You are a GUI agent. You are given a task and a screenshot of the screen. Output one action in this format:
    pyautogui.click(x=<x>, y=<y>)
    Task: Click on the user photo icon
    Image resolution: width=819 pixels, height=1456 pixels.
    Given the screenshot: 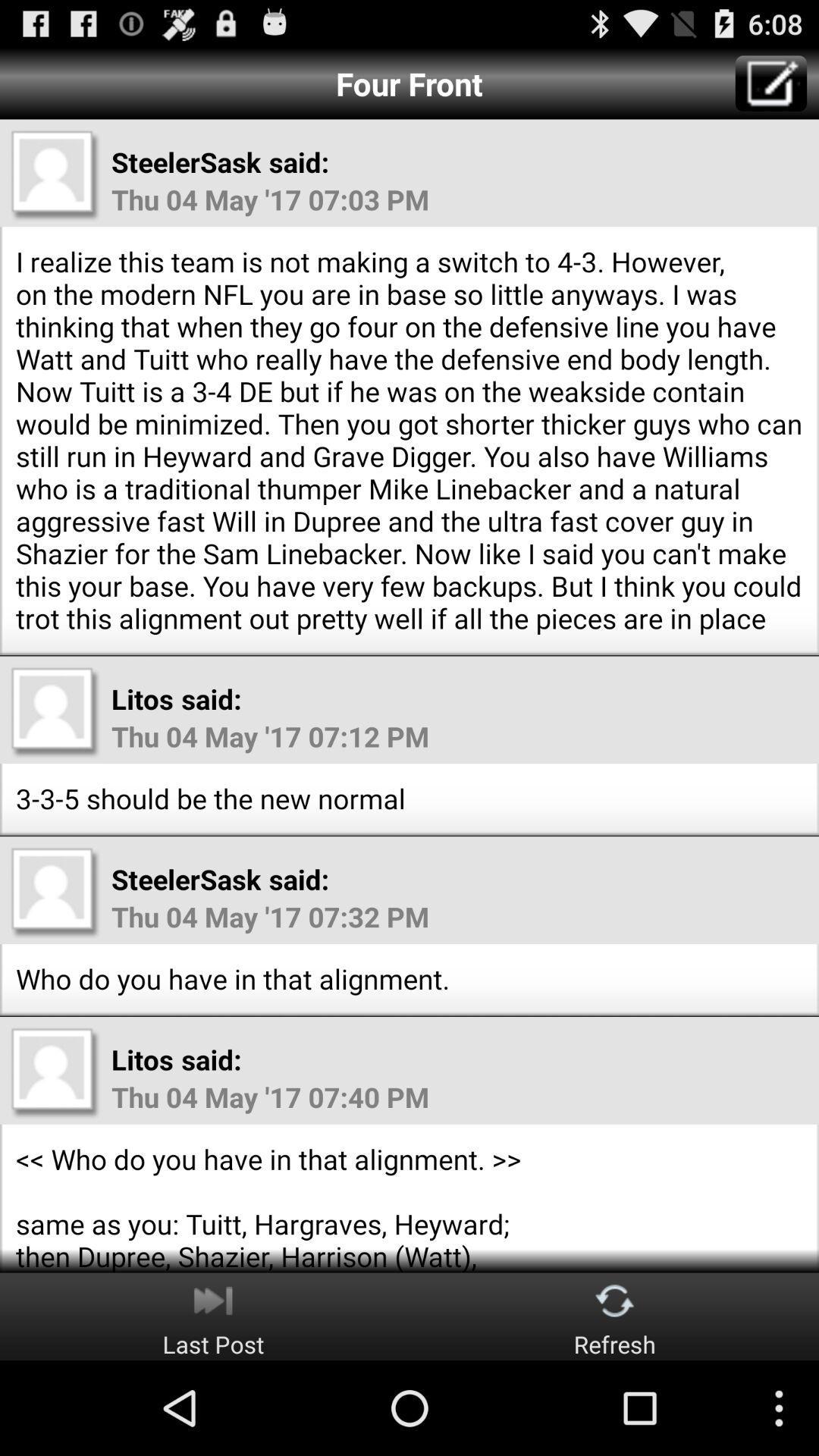 What is the action you would take?
    pyautogui.click(x=55, y=174)
    